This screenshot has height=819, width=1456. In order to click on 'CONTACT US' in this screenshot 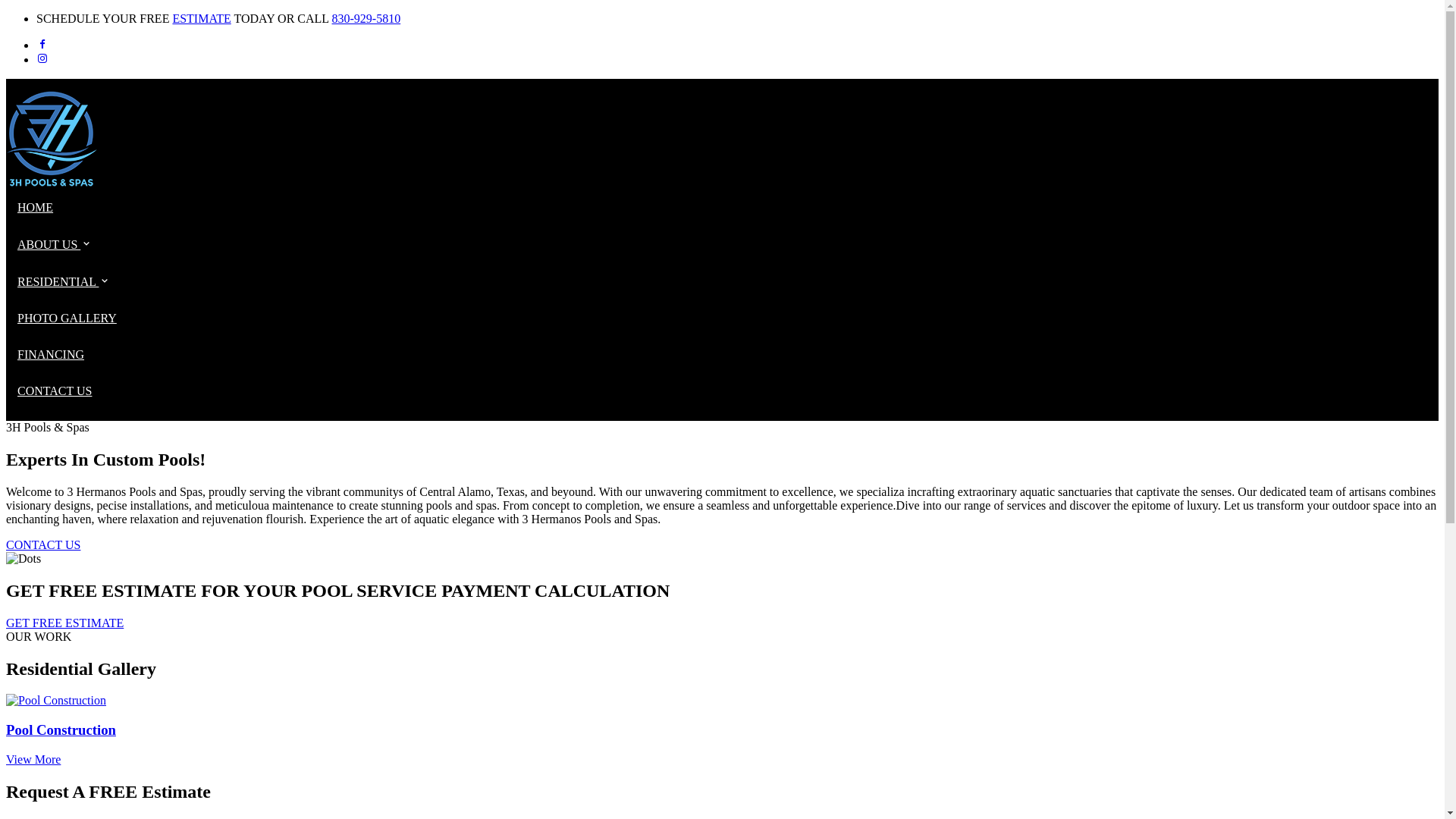, I will do `click(55, 390)`.